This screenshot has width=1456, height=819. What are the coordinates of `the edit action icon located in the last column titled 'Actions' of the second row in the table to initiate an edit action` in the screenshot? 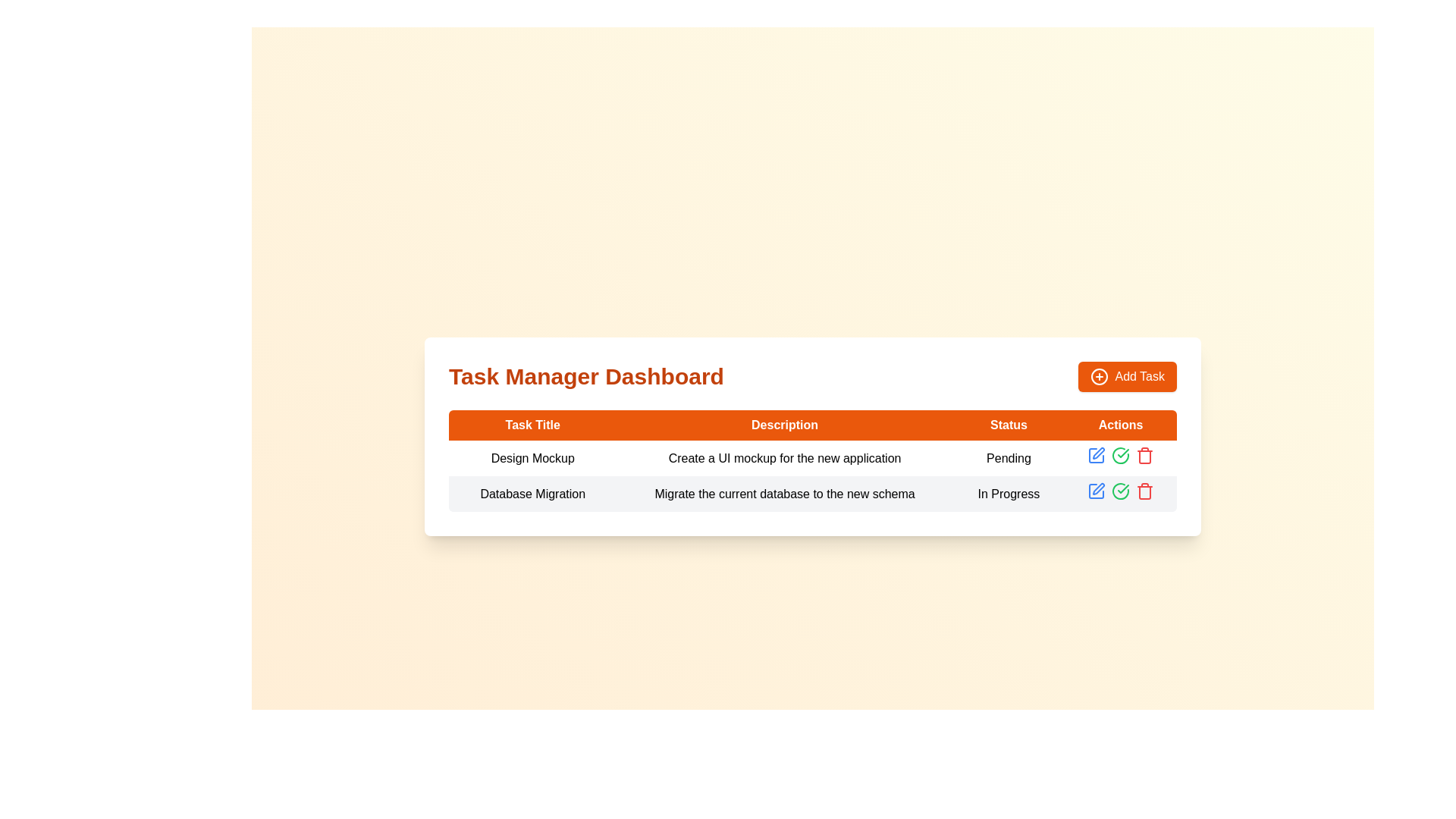 It's located at (1099, 488).